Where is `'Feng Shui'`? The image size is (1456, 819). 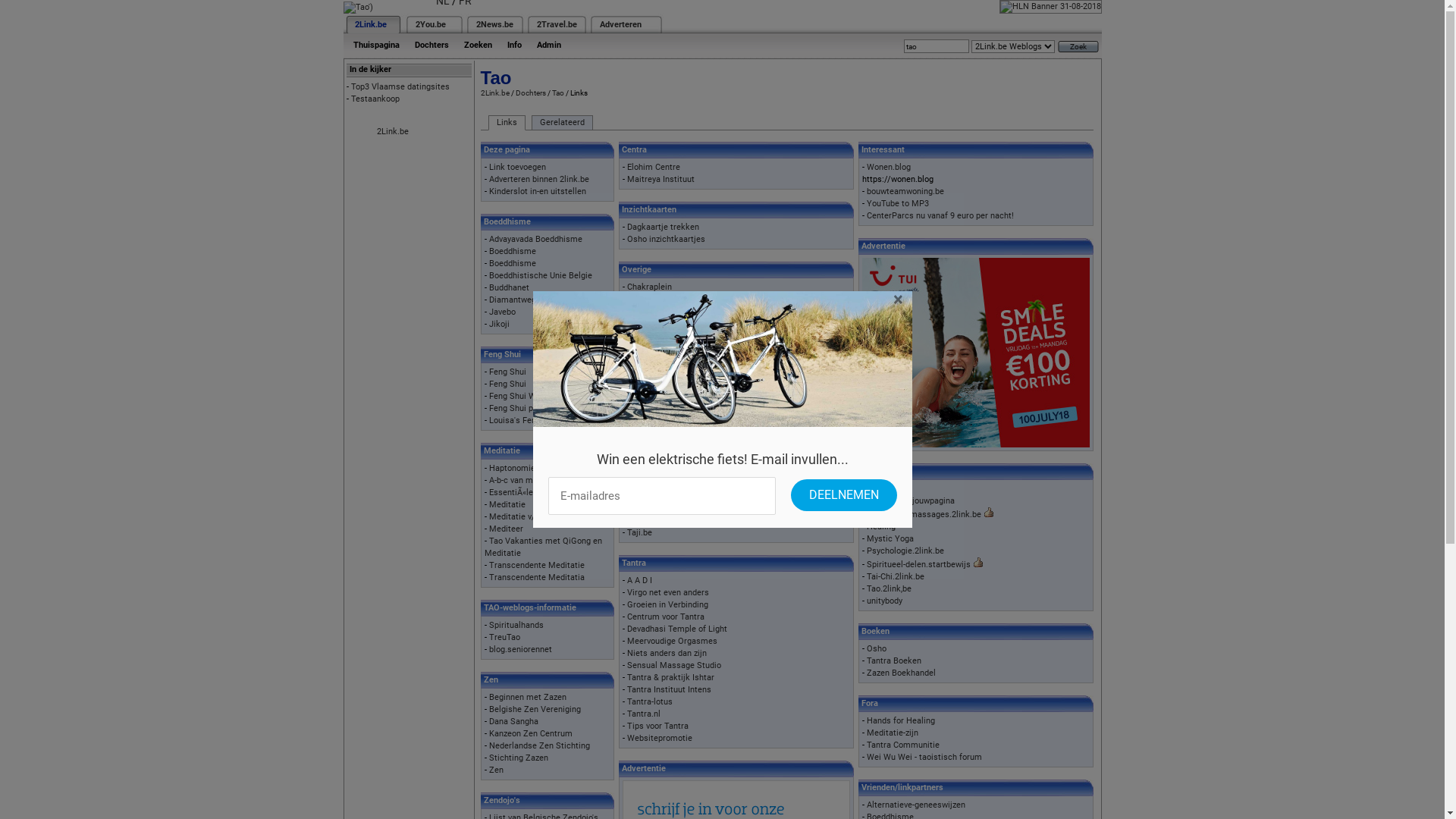
'Feng Shui' is located at coordinates (507, 383).